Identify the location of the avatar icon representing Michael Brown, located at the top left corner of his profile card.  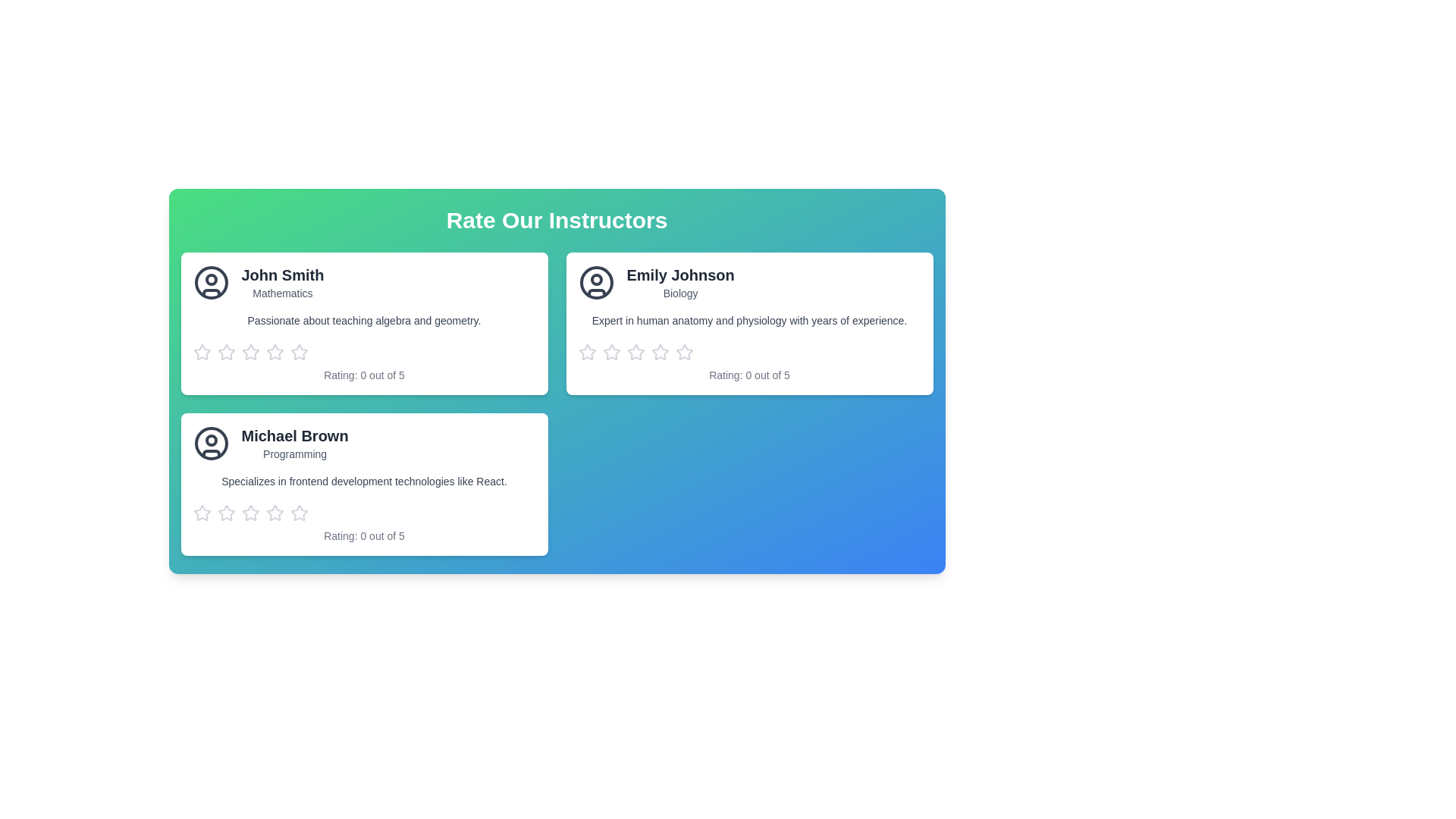
(210, 444).